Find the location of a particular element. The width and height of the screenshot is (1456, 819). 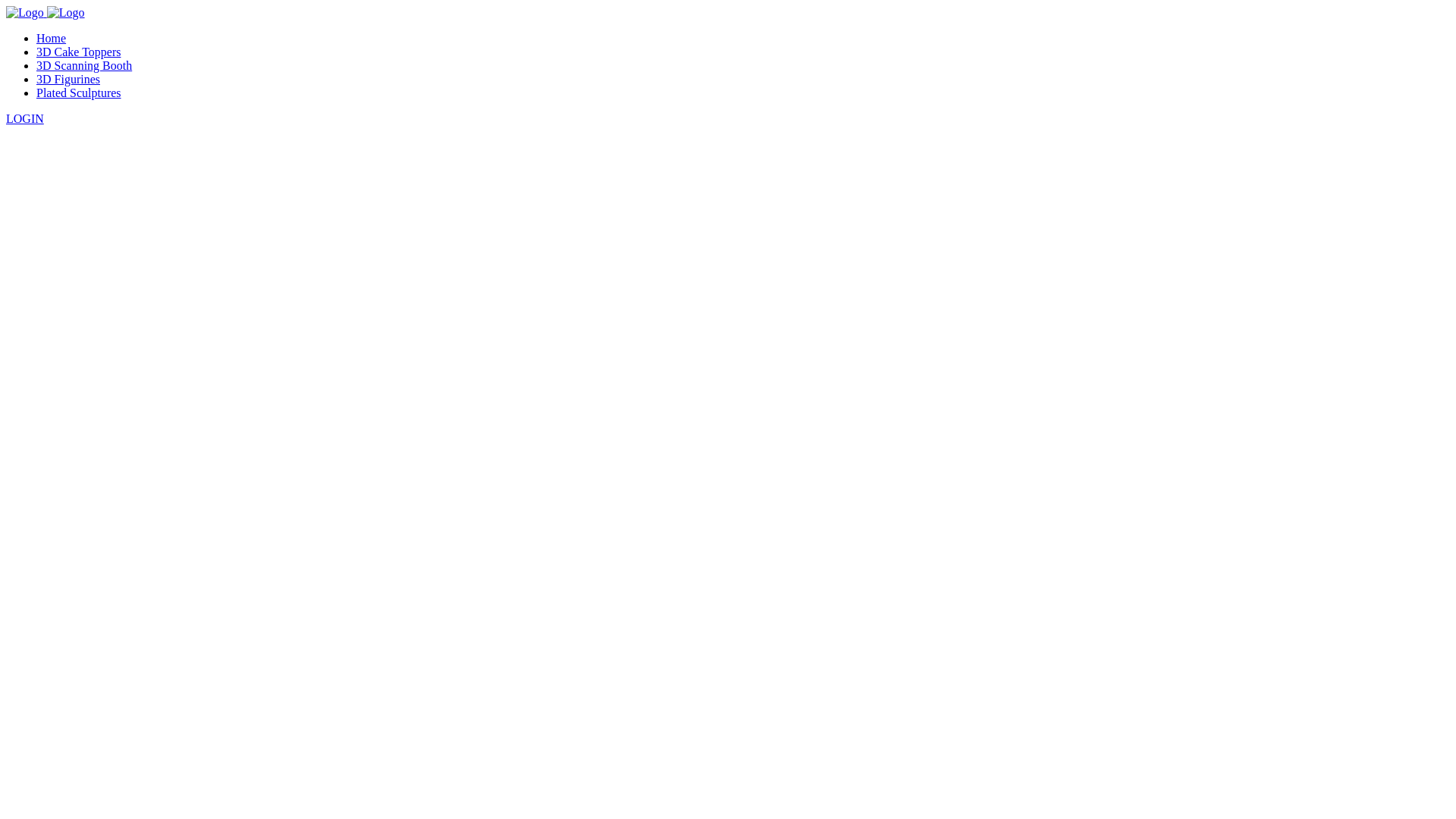

'3D Avatar Text' is located at coordinates (64, 12).